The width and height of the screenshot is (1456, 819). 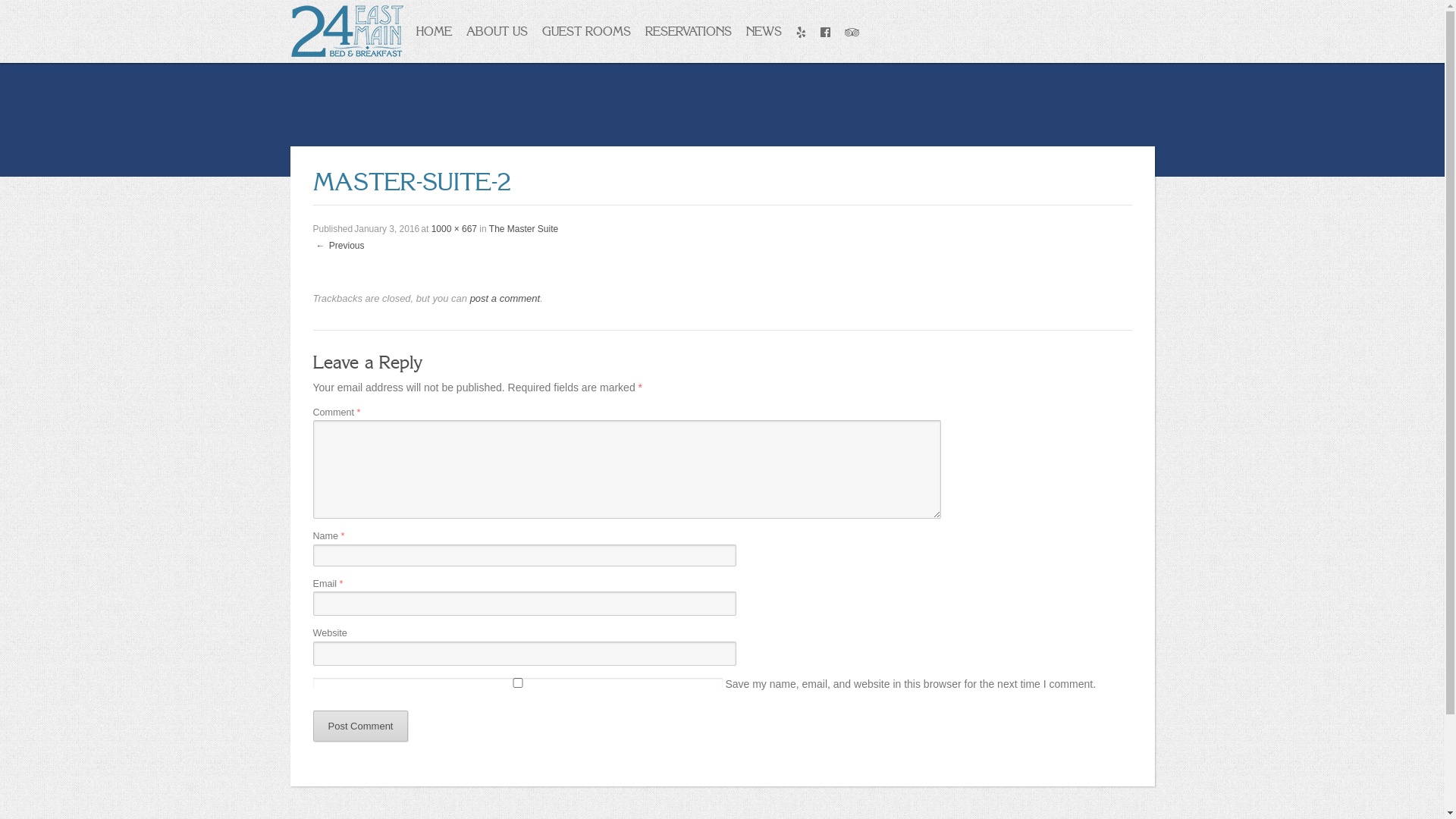 What do you see at coordinates (359, 725) in the screenshot?
I see `'Post Comment'` at bounding box center [359, 725].